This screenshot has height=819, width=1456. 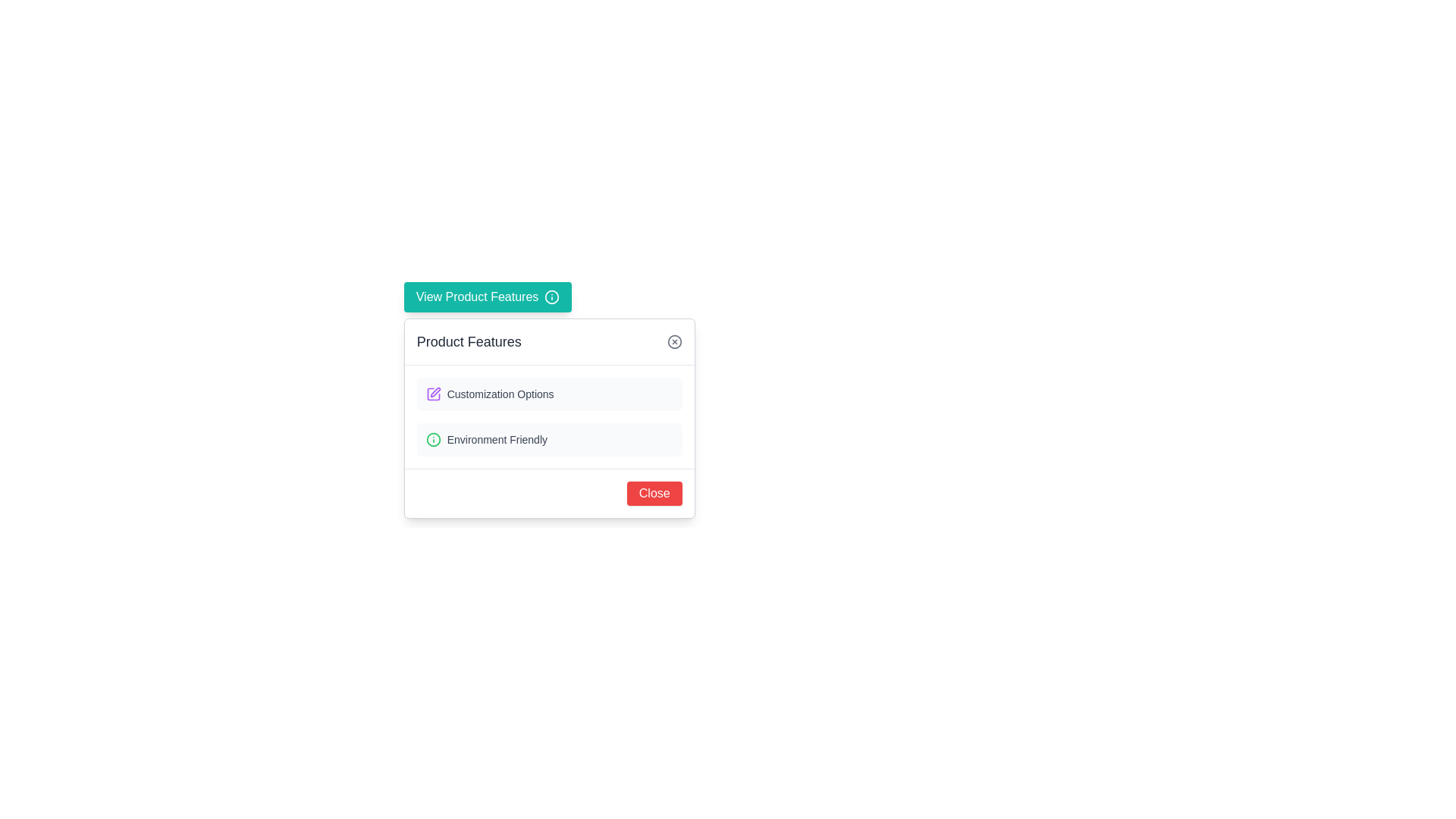 What do you see at coordinates (654, 494) in the screenshot?
I see `the close button in the bottom-right corner of the 'Product Features' panel to observe its hover effects` at bounding box center [654, 494].